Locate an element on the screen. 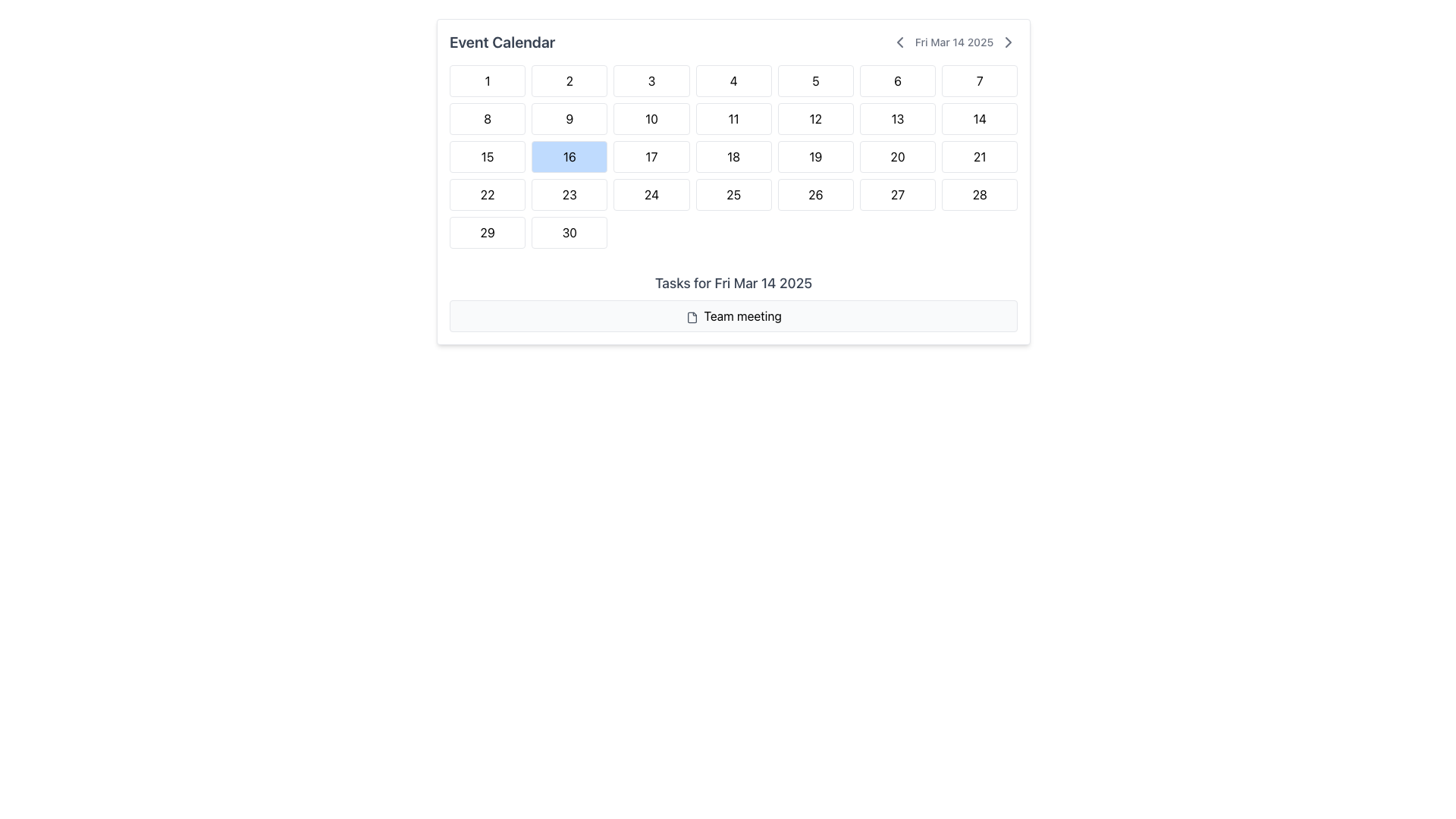 This screenshot has height=819, width=1456. the file icon, which is a gray, minimalist representation of a document with notched corners, located within the 'Team meeting' box is located at coordinates (691, 316).